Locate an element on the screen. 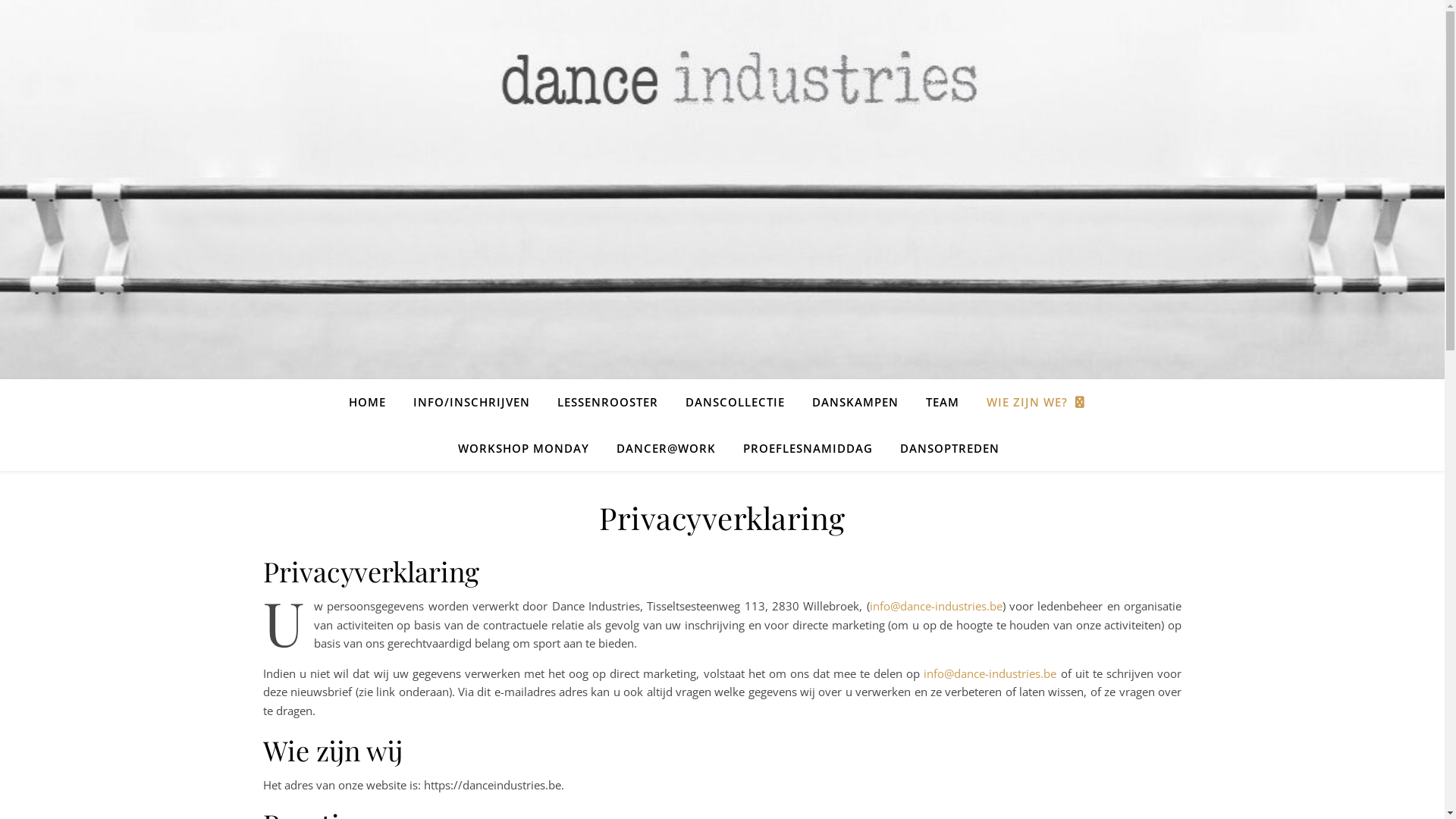  'DANSKAMPEN' is located at coordinates (855, 400).